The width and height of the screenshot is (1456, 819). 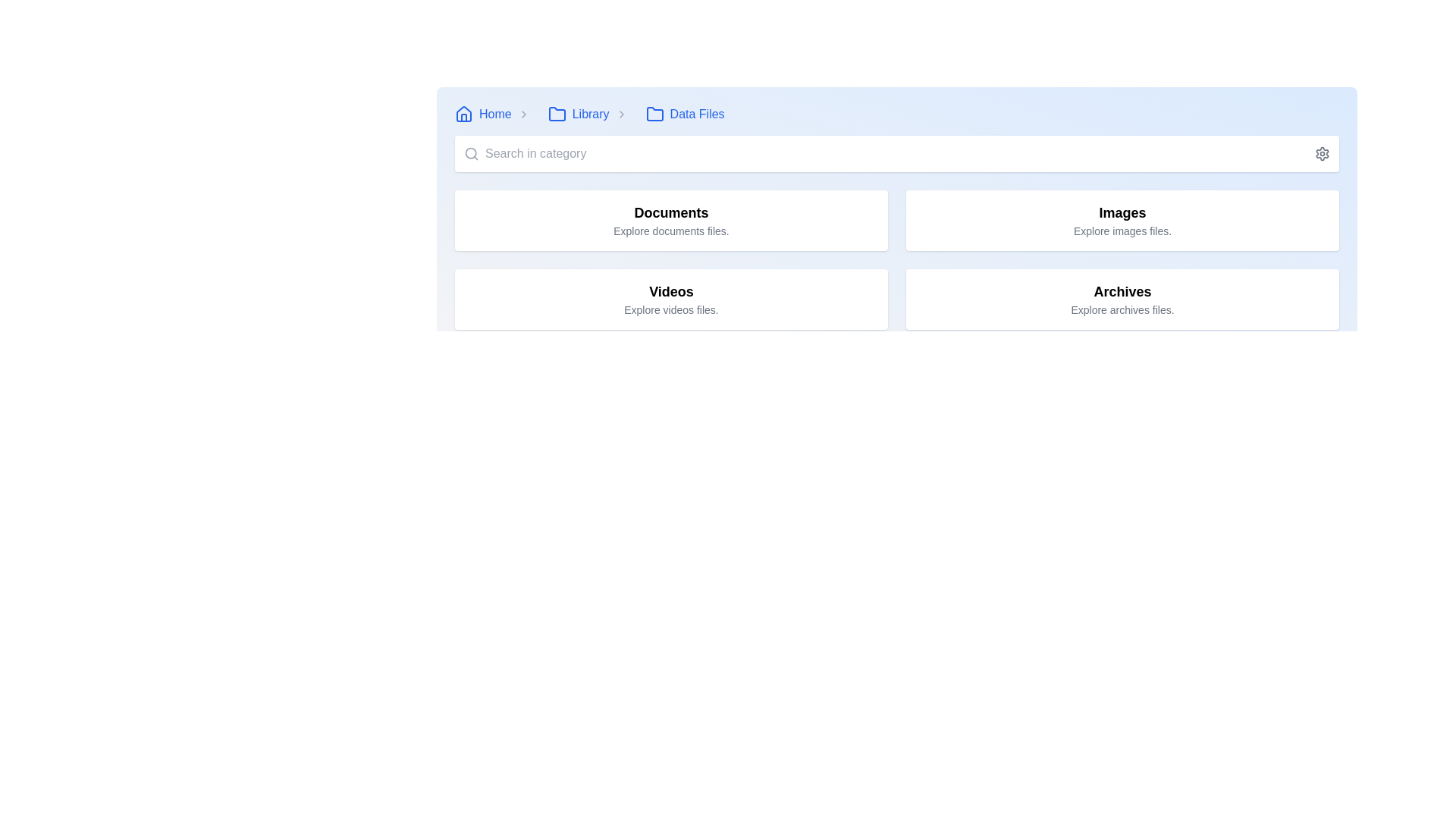 What do you see at coordinates (670, 231) in the screenshot?
I see `the descriptive text element located below the 'Documents' heading, which explains the document files section` at bounding box center [670, 231].